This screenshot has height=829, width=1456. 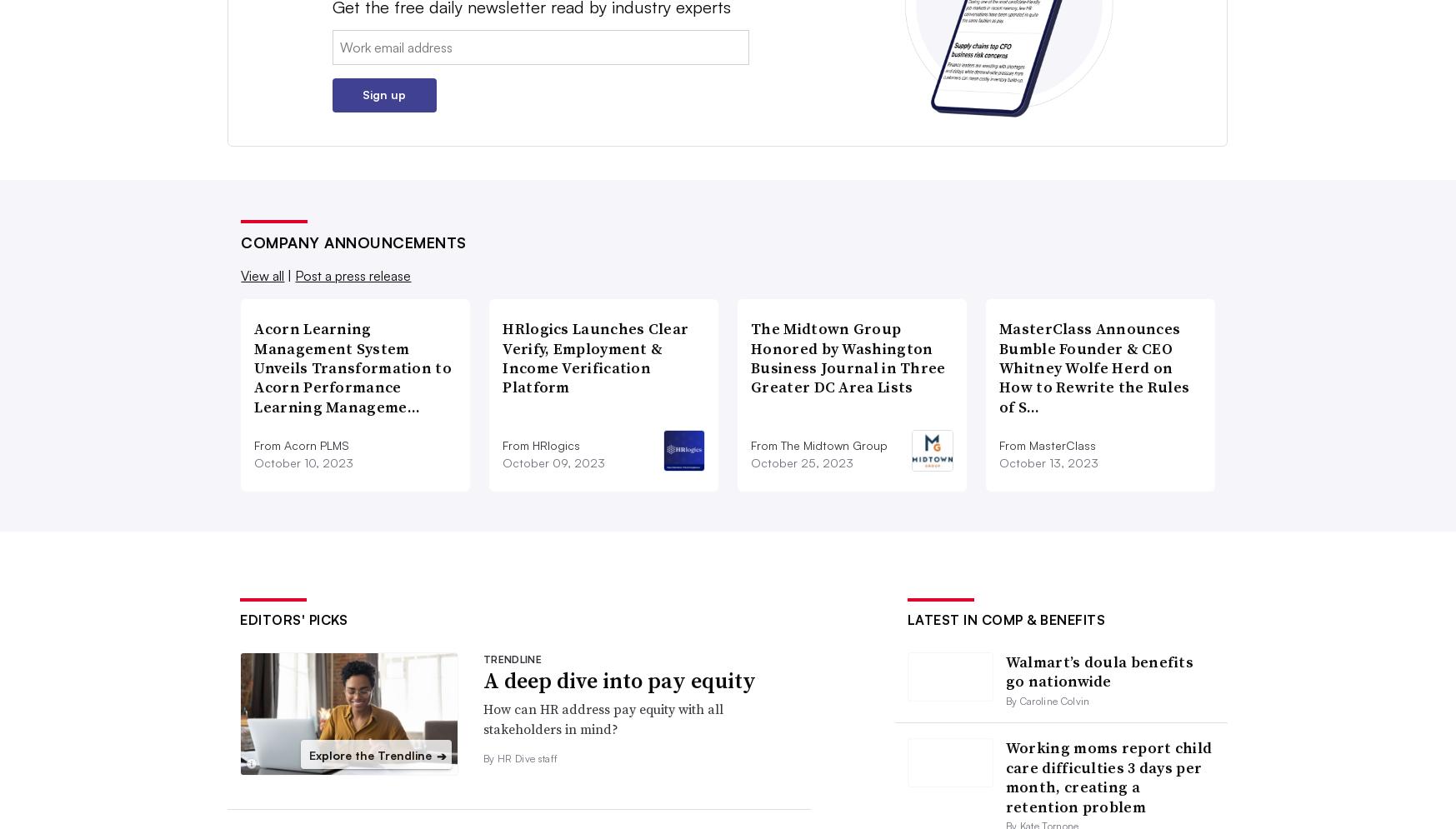 What do you see at coordinates (370, 754) in the screenshot?
I see `'Explore the Trendline'` at bounding box center [370, 754].